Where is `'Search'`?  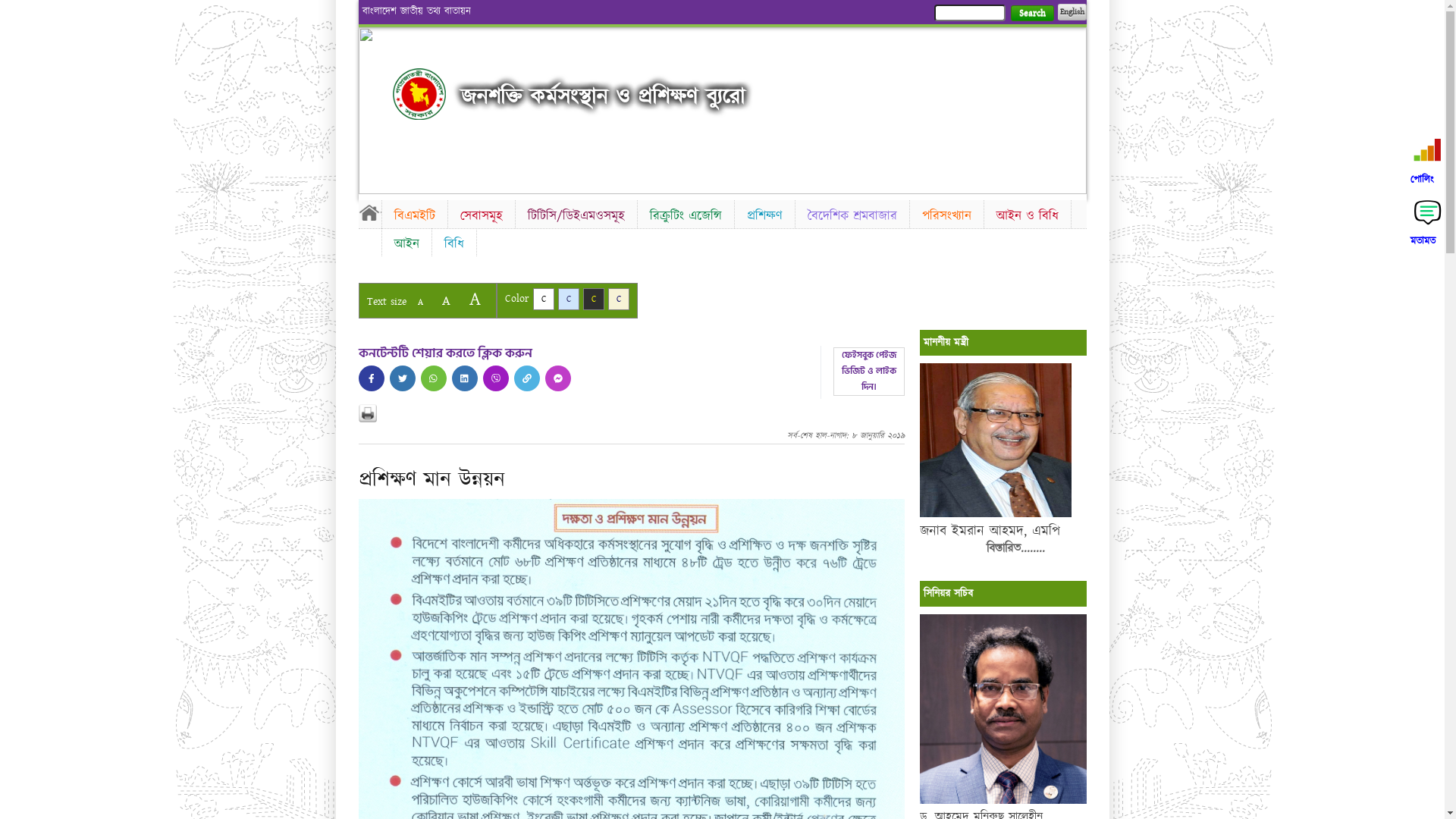 'Search' is located at coordinates (1031, 13).